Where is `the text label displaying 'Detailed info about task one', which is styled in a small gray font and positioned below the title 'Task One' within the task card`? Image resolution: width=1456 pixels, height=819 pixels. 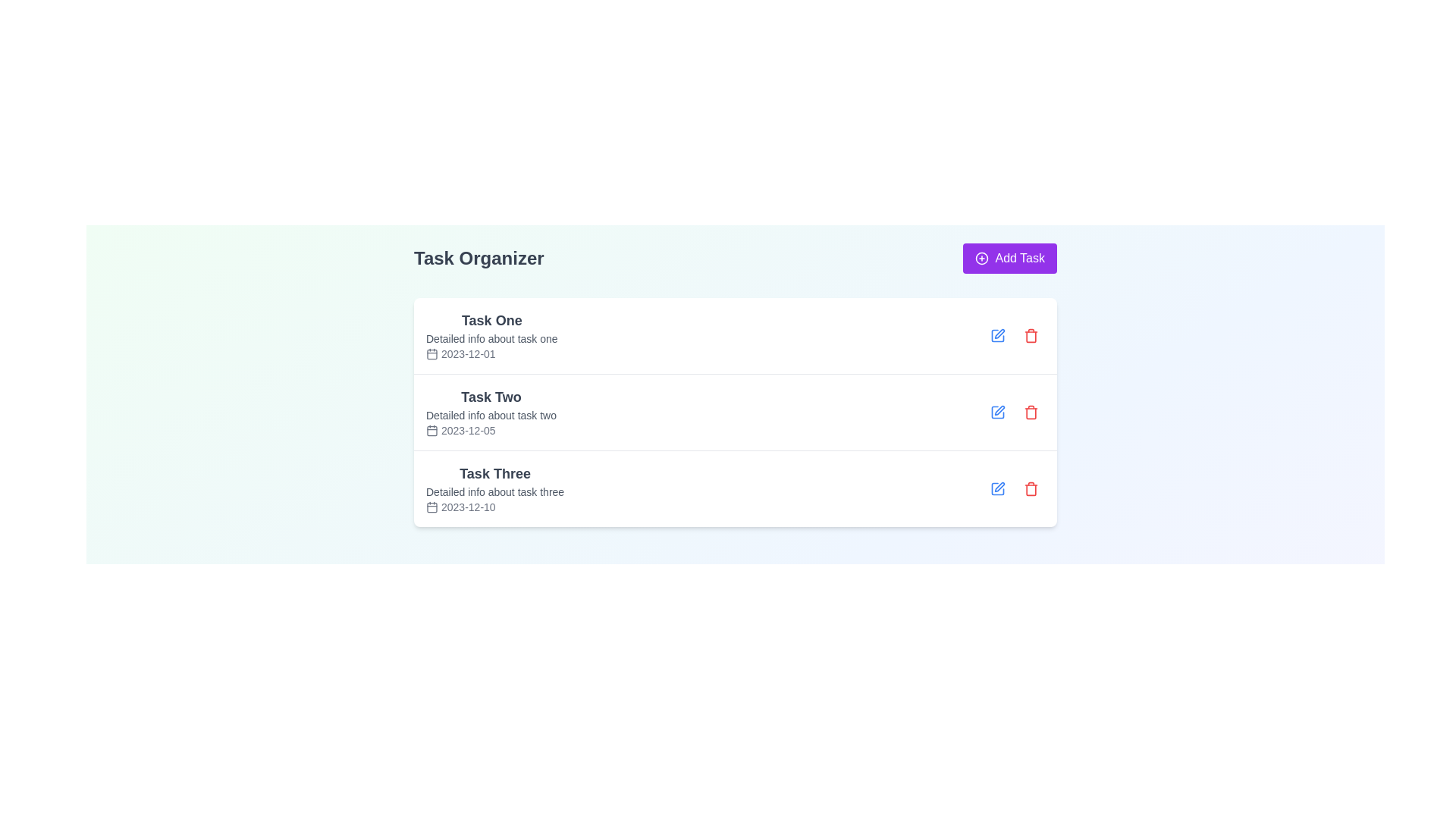 the text label displaying 'Detailed info about task one', which is styled in a small gray font and positioned below the title 'Task One' within the task card is located at coordinates (491, 338).